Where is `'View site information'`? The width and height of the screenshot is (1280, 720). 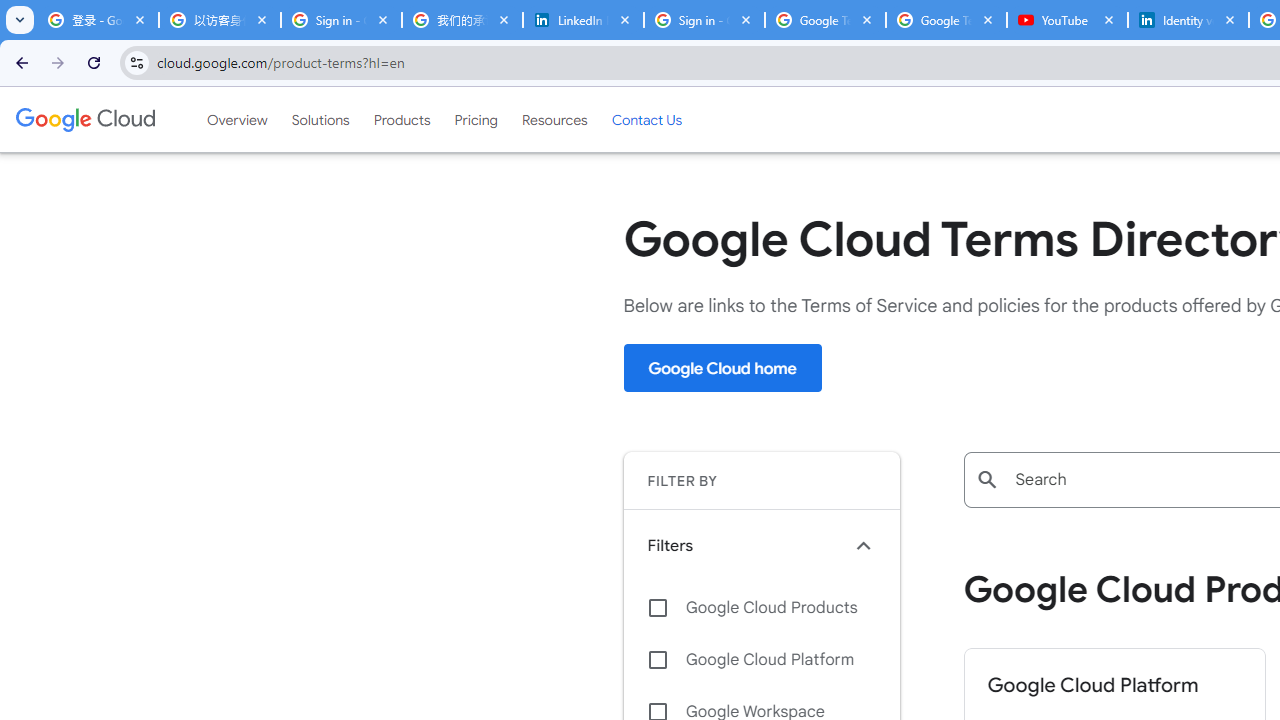
'View site information' is located at coordinates (135, 61).